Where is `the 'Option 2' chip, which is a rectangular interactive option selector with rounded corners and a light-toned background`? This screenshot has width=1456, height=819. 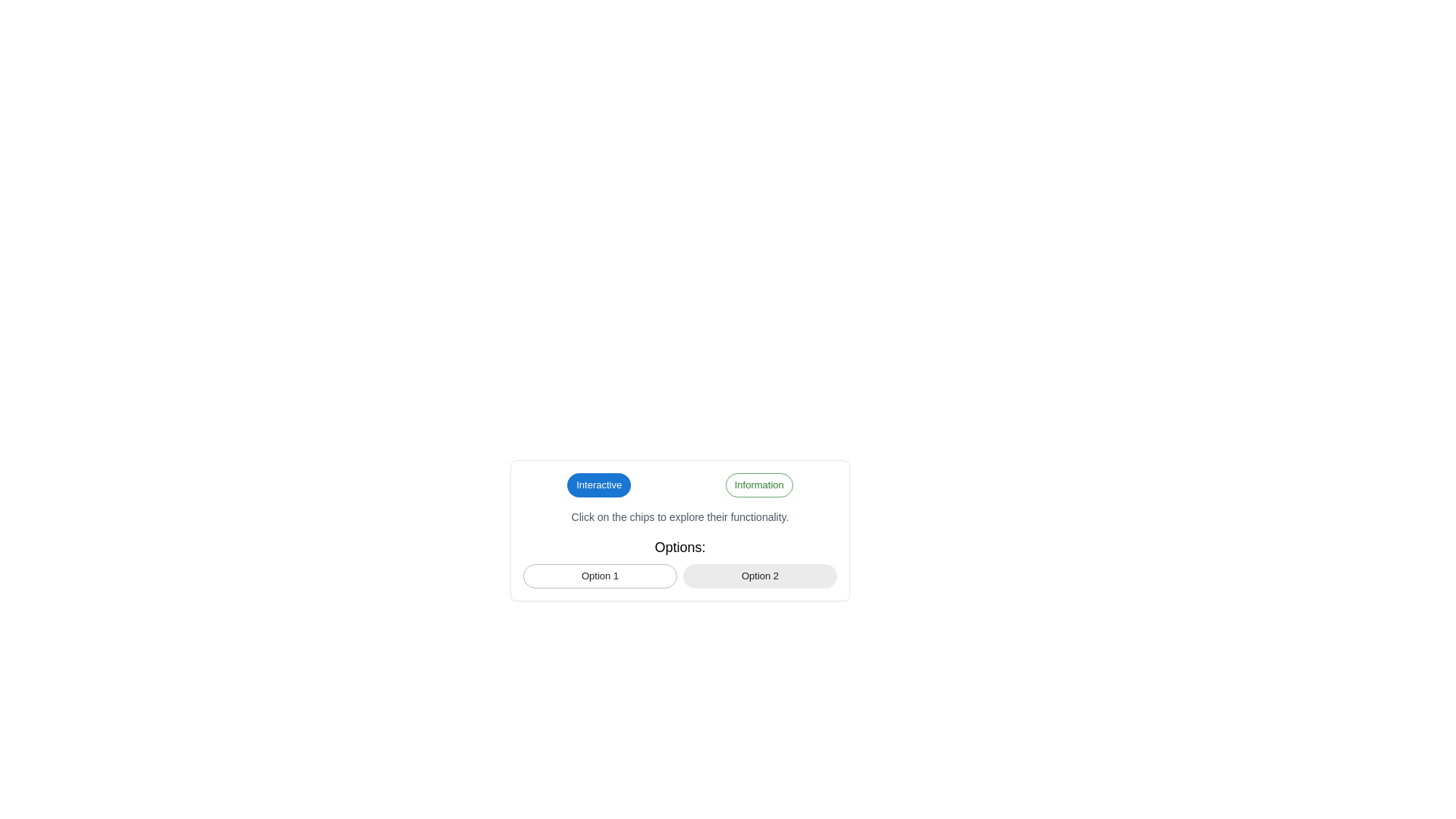
the 'Option 2' chip, which is a rectangular interactive option selector with rounded corners and a light-toned background is located at coordinates (760, 576).